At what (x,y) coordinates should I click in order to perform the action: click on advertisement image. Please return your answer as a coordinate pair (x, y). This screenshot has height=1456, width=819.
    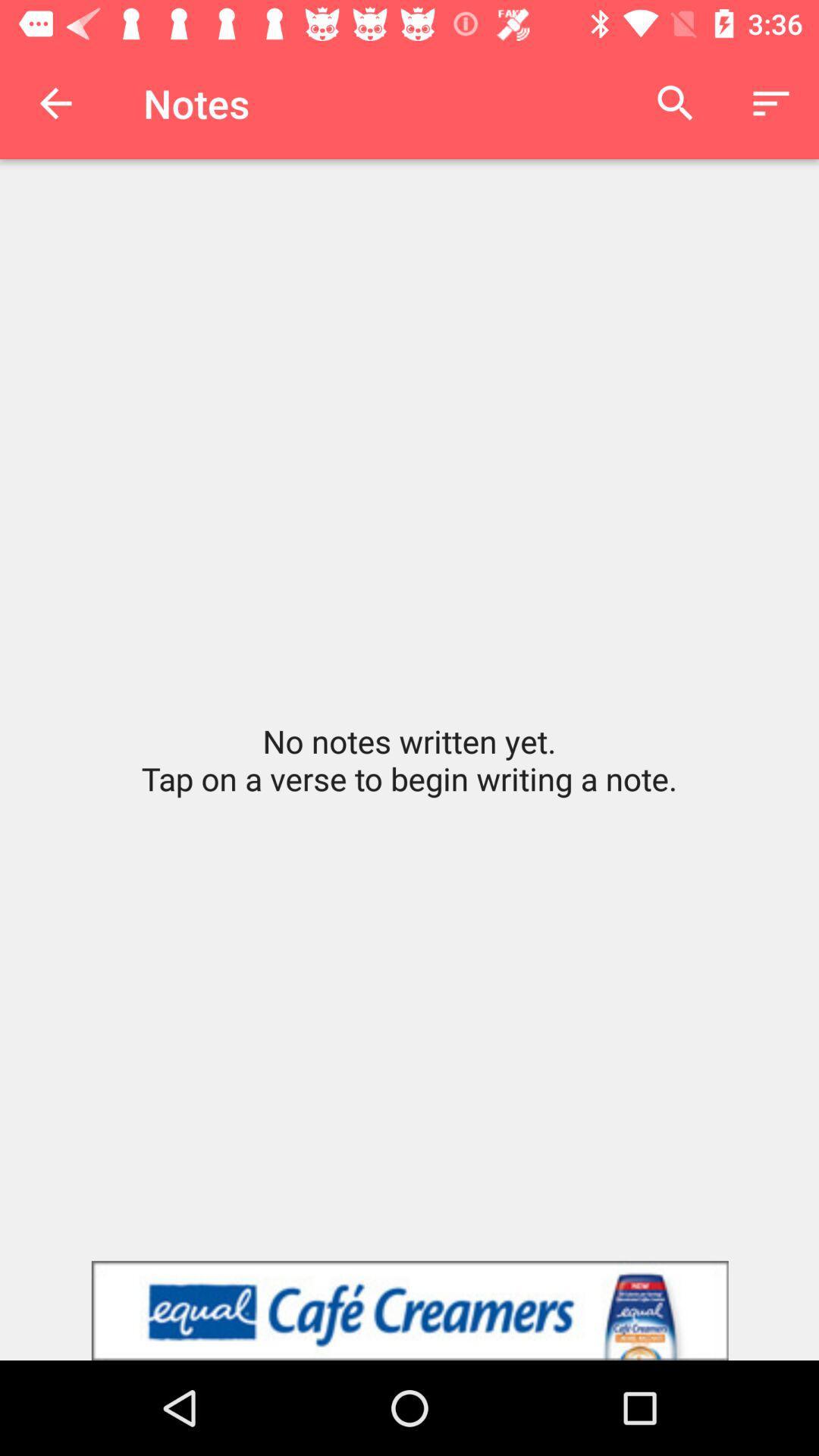
    Looking at the image, I should click on (409, 1310).